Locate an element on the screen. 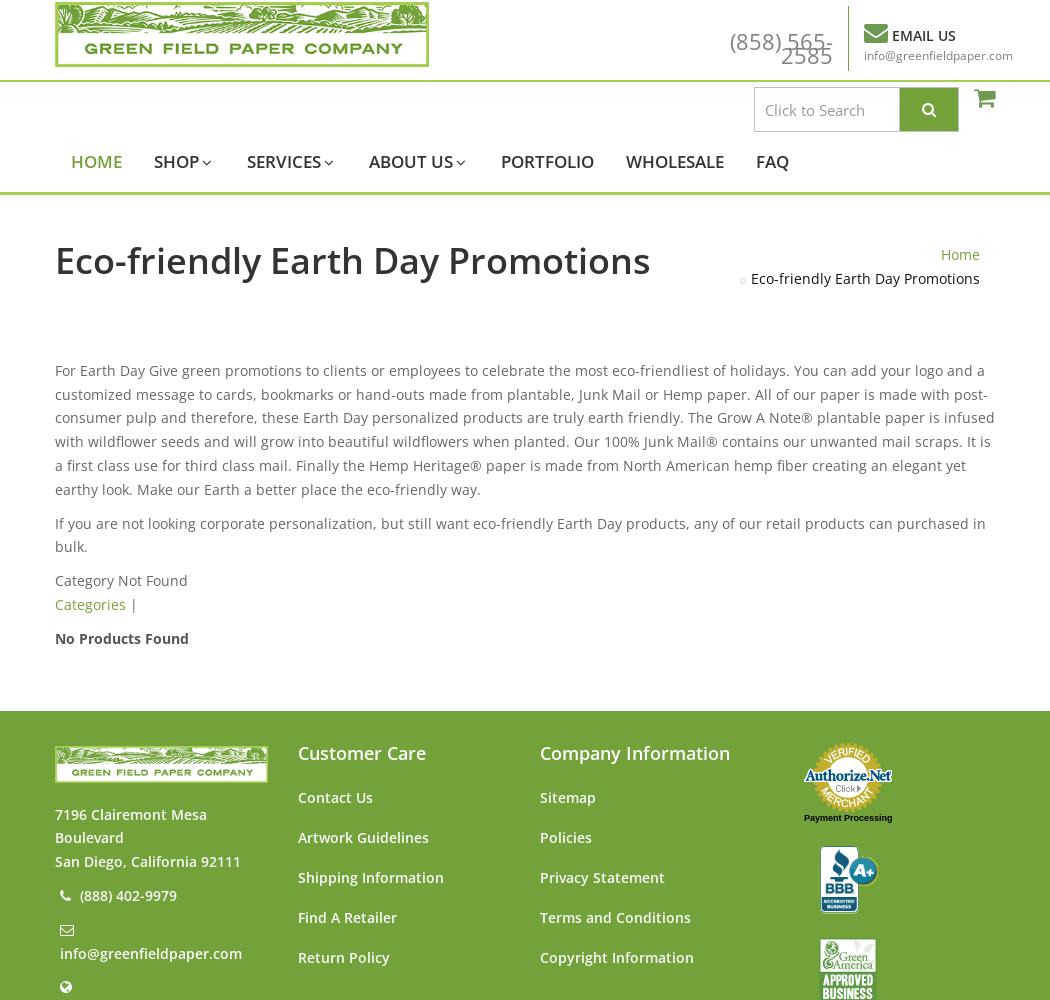 Image resolution: width=1050 pixels, height=1000 pixels. 'Shop' is located at coordinates (154, 161).